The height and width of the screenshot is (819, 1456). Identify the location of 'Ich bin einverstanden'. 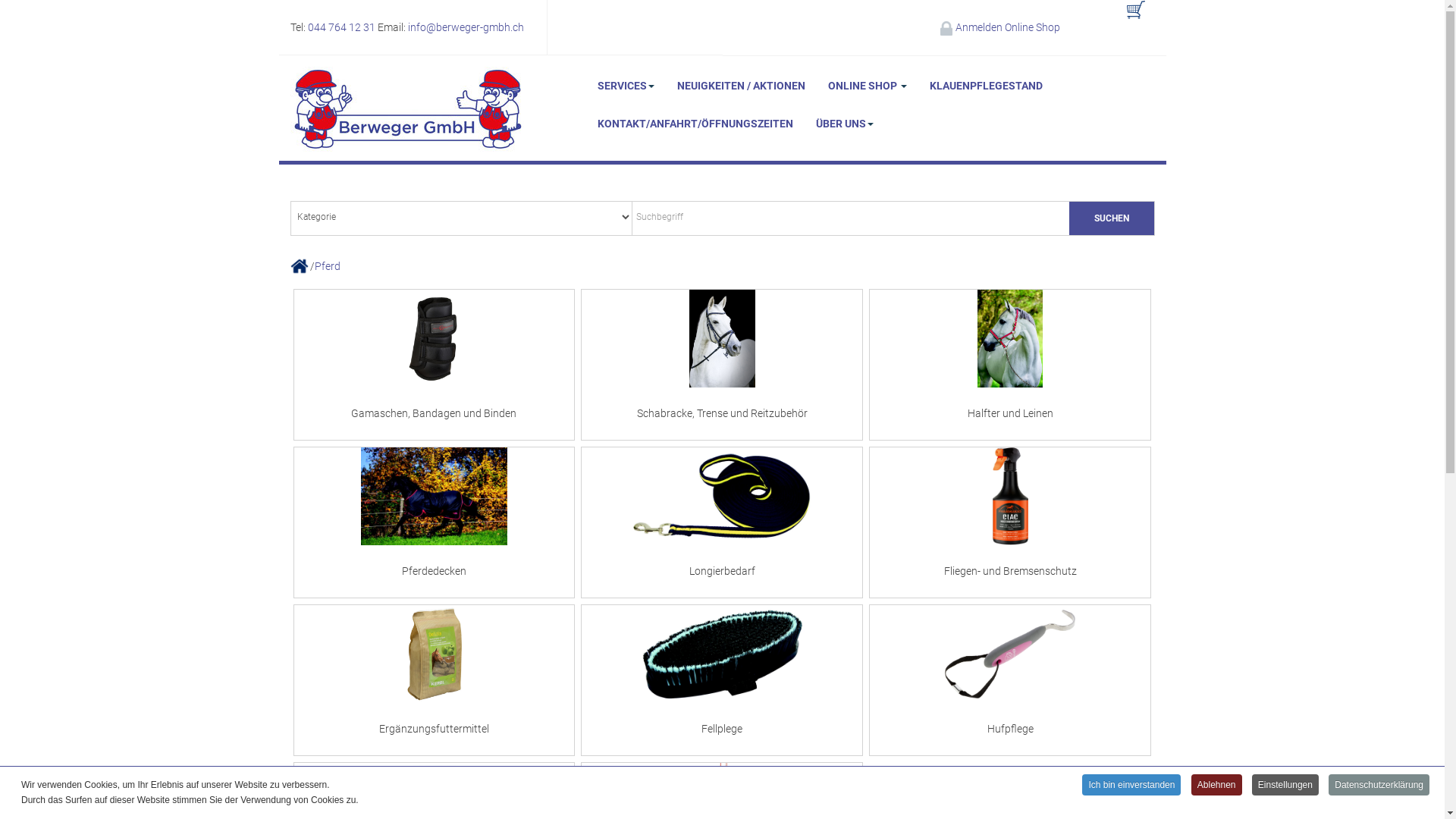
(1131, 785).